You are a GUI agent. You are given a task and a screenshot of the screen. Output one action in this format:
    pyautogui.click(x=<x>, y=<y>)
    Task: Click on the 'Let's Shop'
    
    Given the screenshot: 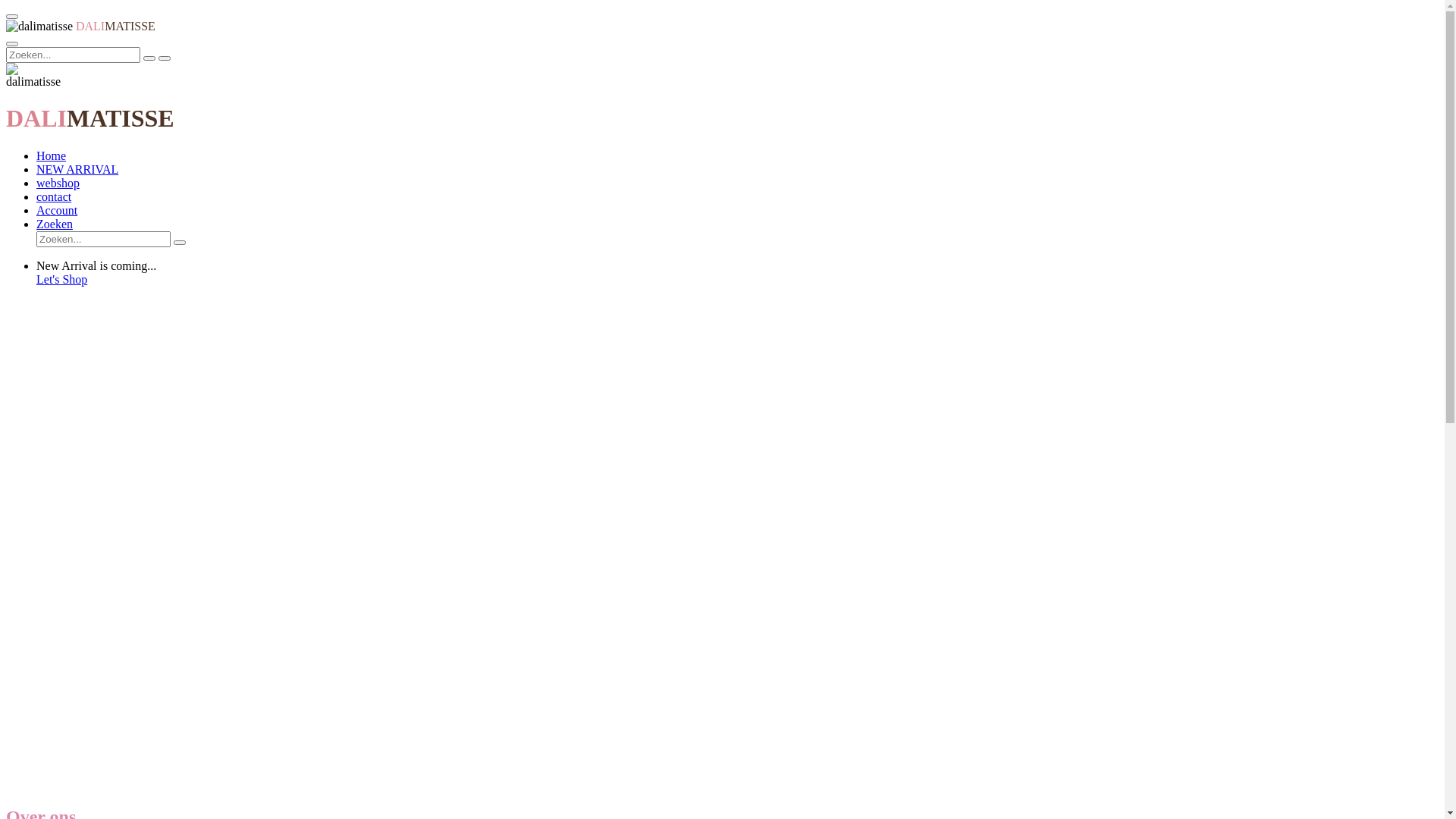 What is the action you would take?
    pyautogui.click(x=737, y=280)
    